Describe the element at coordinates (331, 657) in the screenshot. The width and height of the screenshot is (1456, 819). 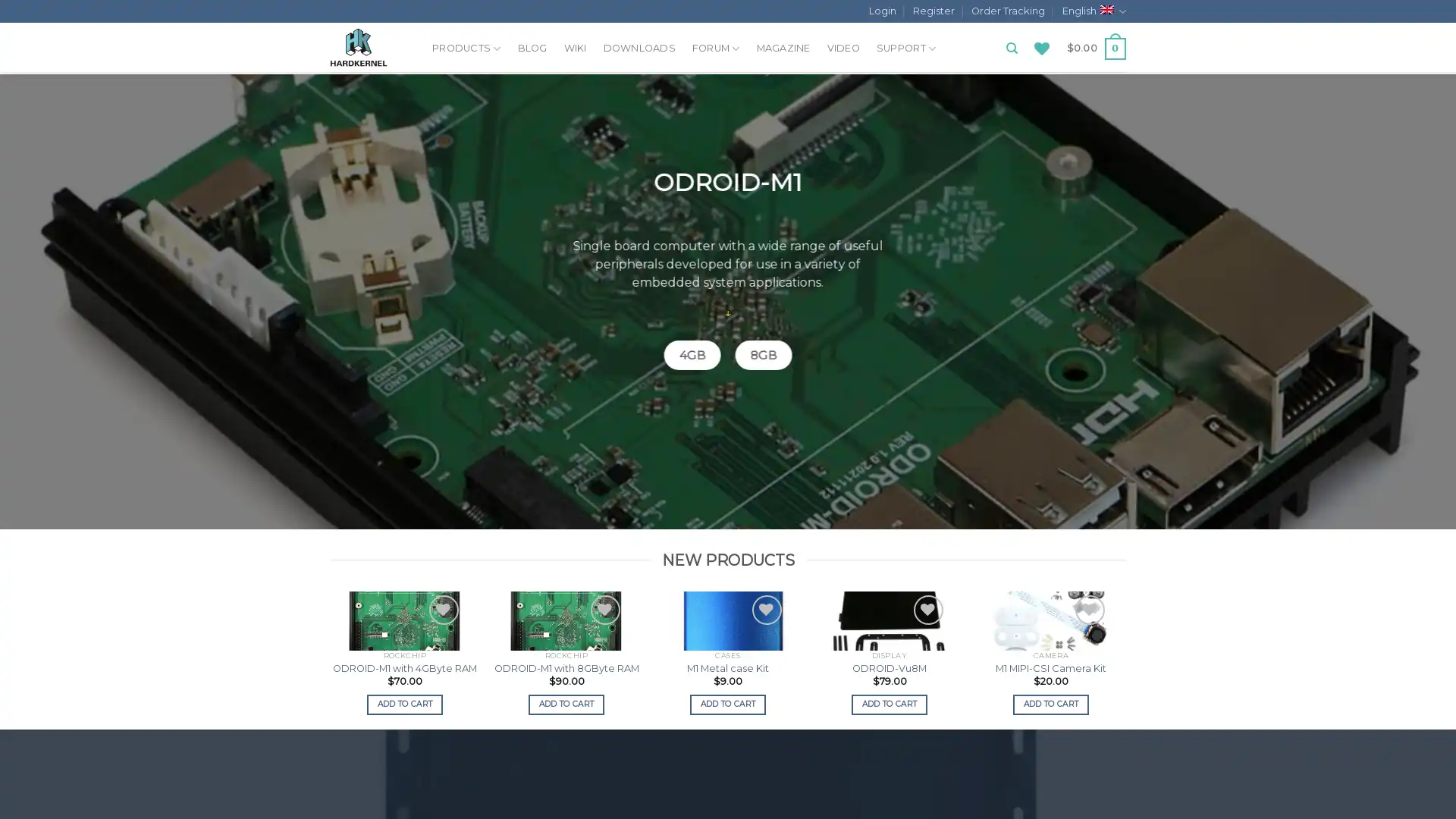
I see `Previous` at that location.